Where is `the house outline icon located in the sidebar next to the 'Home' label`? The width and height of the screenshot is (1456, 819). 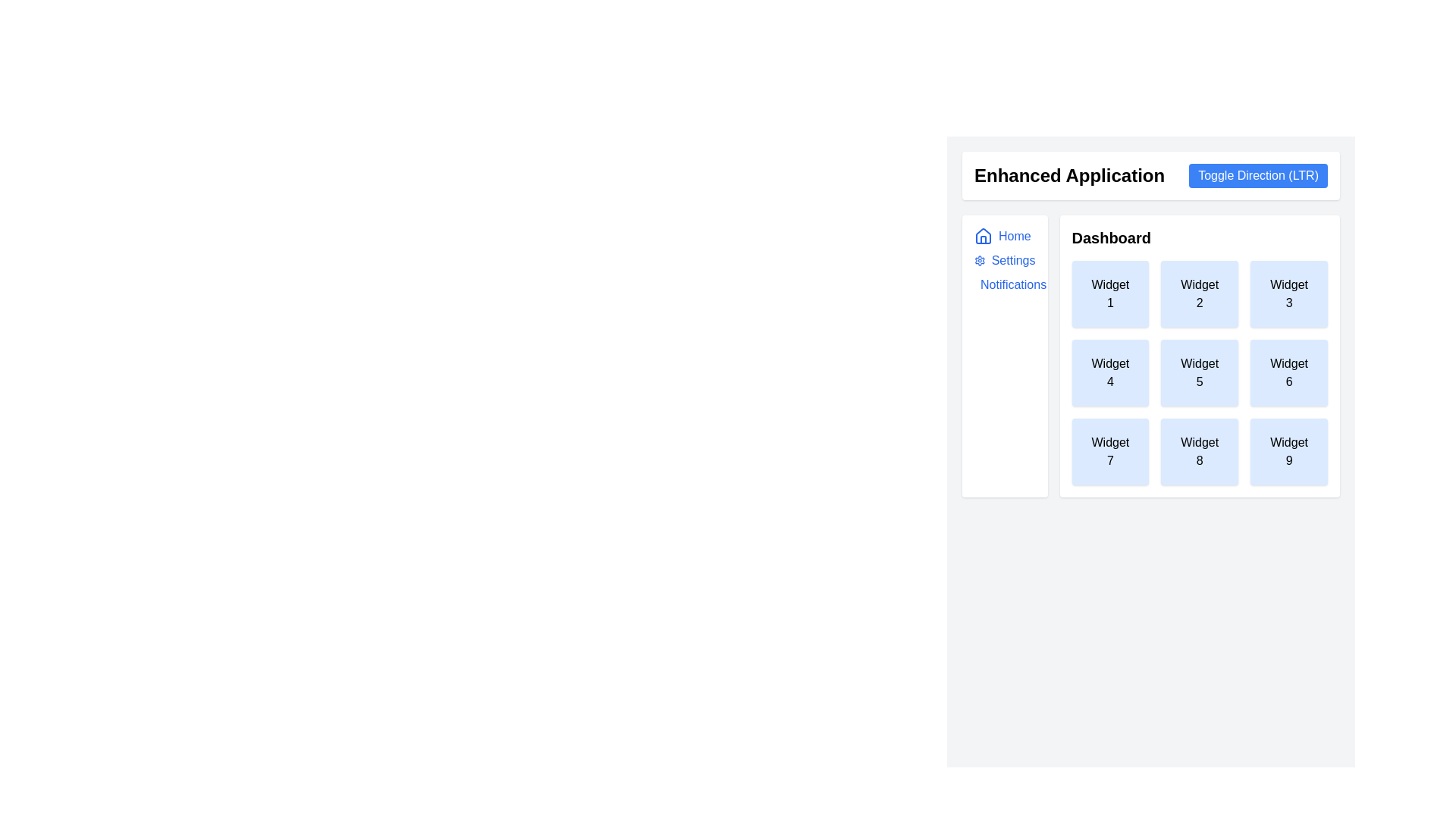 the house outline icon located in the sidebar next to the 'Home' label is located at coordinates (983, 236).